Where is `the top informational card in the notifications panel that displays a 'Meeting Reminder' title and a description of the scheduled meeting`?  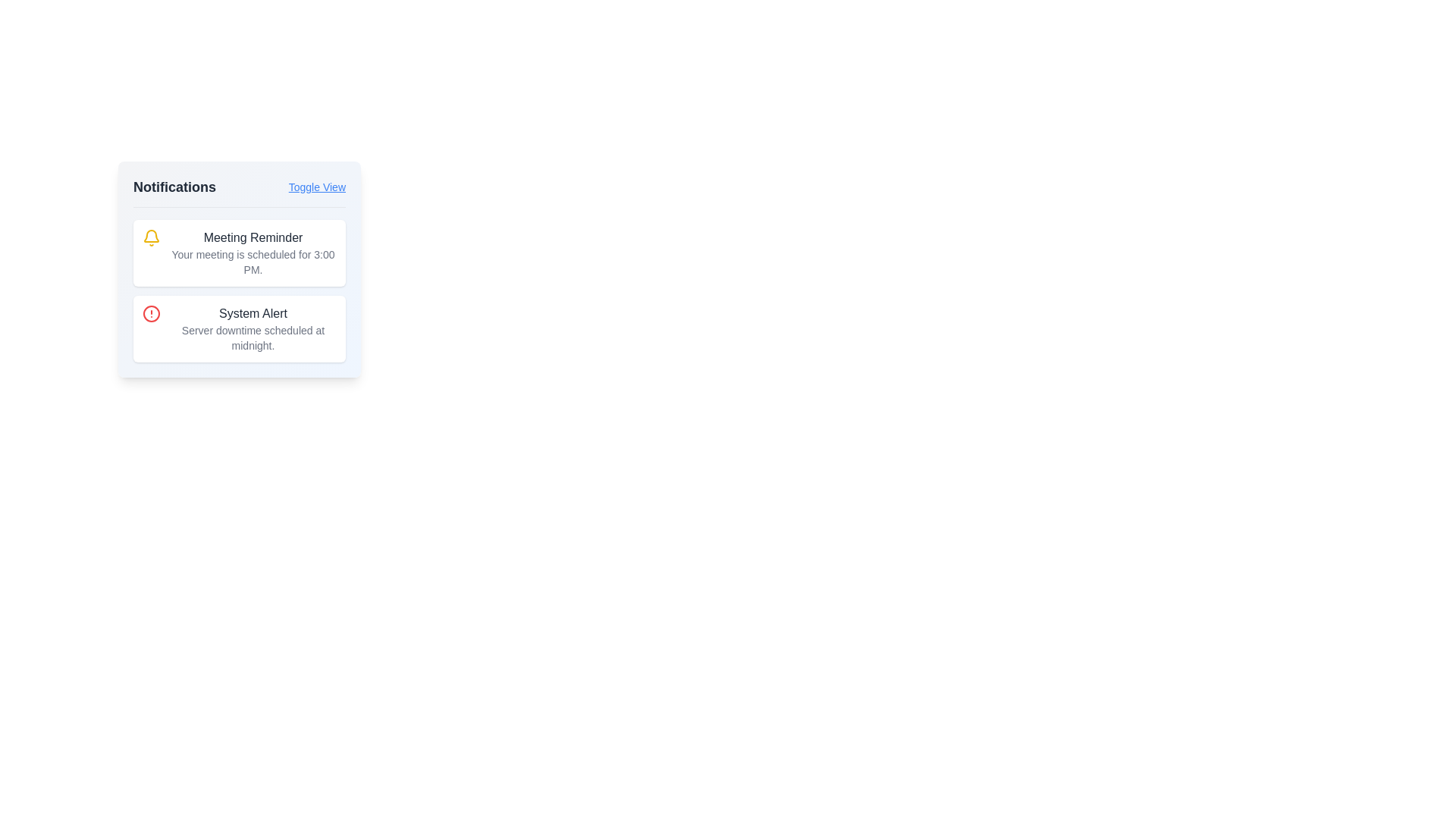
the top informational card in the notifications panel that displays a 'Meeting Reminder' title and a description of the scheduled meeting is located at coordinates (253, 253).